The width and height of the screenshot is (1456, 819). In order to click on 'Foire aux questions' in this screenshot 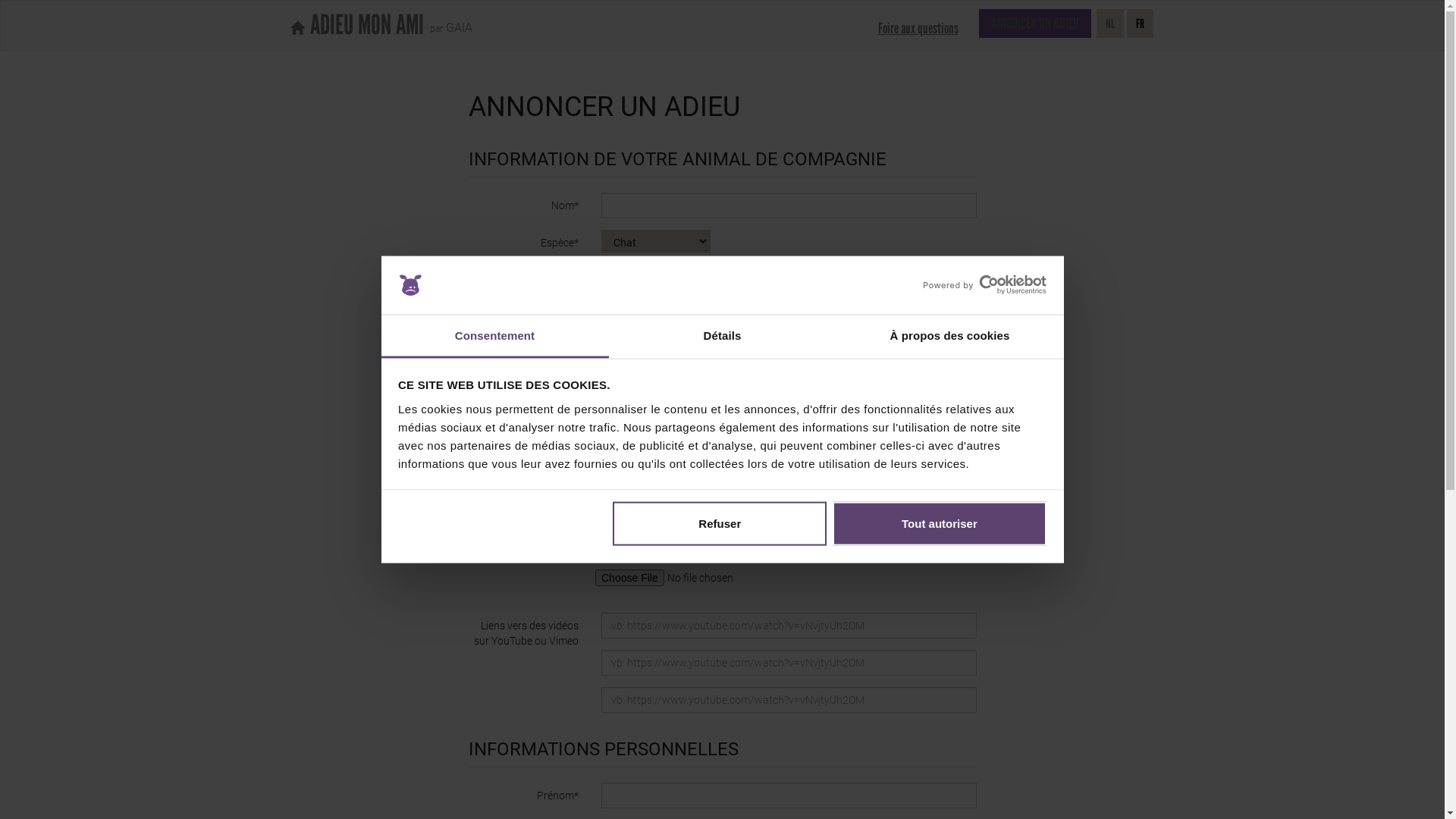, I will do `click(916, 28)`.